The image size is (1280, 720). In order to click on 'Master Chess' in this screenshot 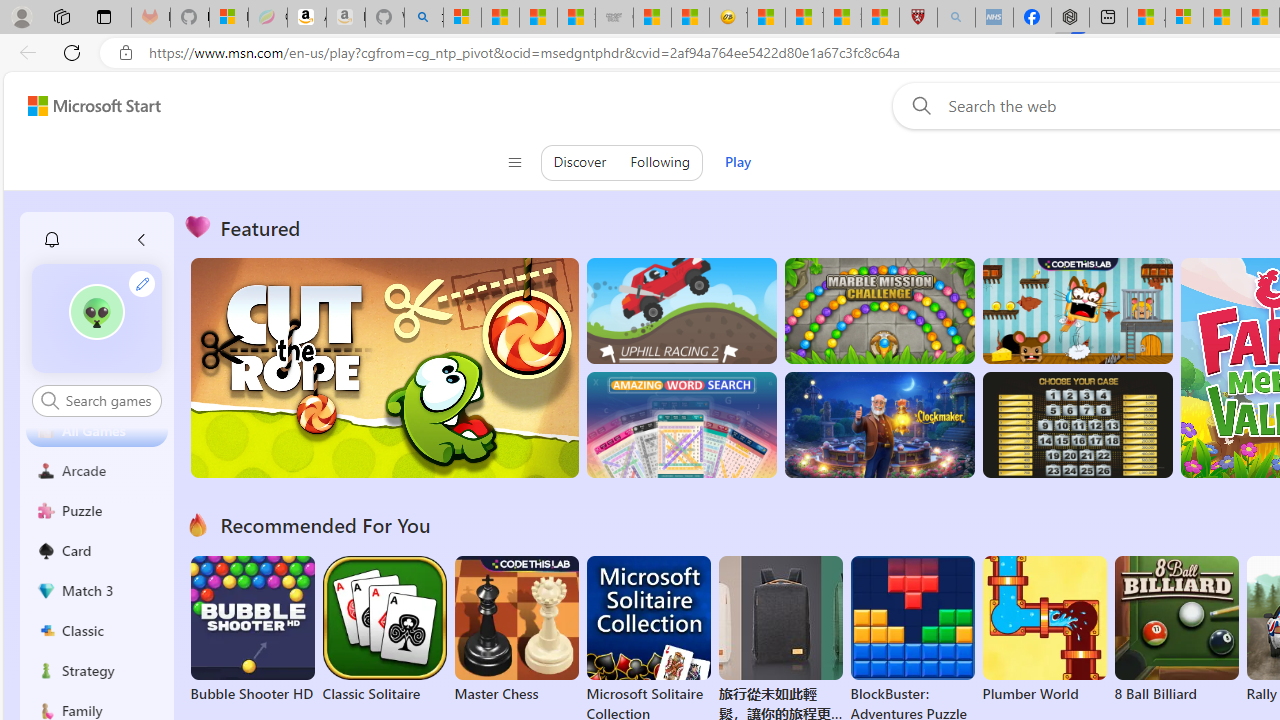, I will do `click(516, 630)`.